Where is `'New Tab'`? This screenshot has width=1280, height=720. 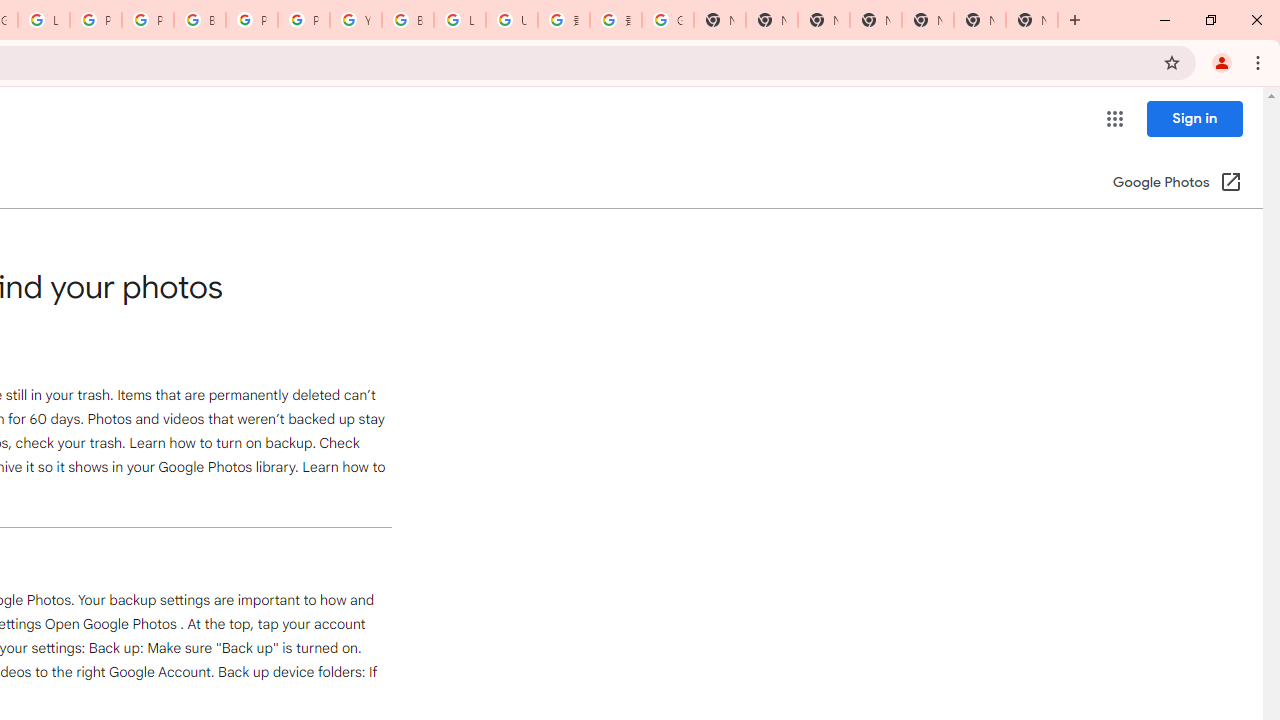
'New Tab' is located at coordinates (1032, 20).